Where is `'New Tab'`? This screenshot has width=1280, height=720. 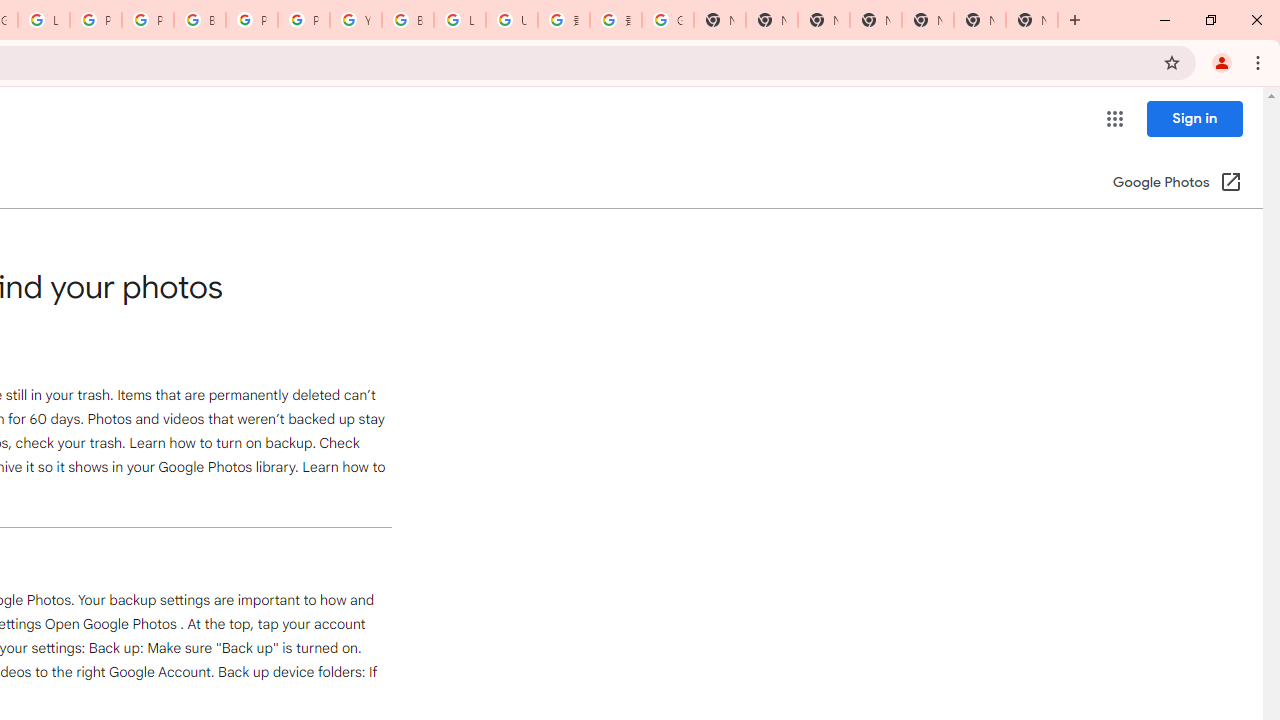
'New Tab' is located at coordinates (1032, 20).